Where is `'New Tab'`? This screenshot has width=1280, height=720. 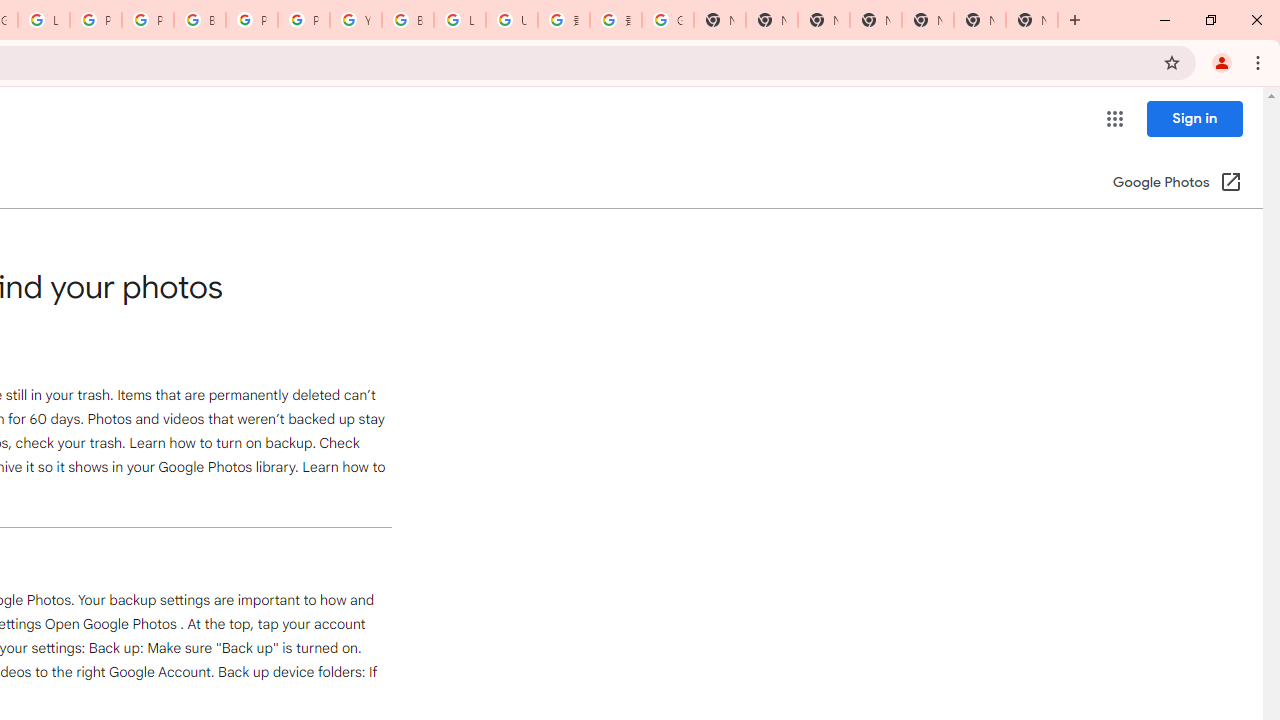
'New Tab' is located at coordinates (1032, 20).